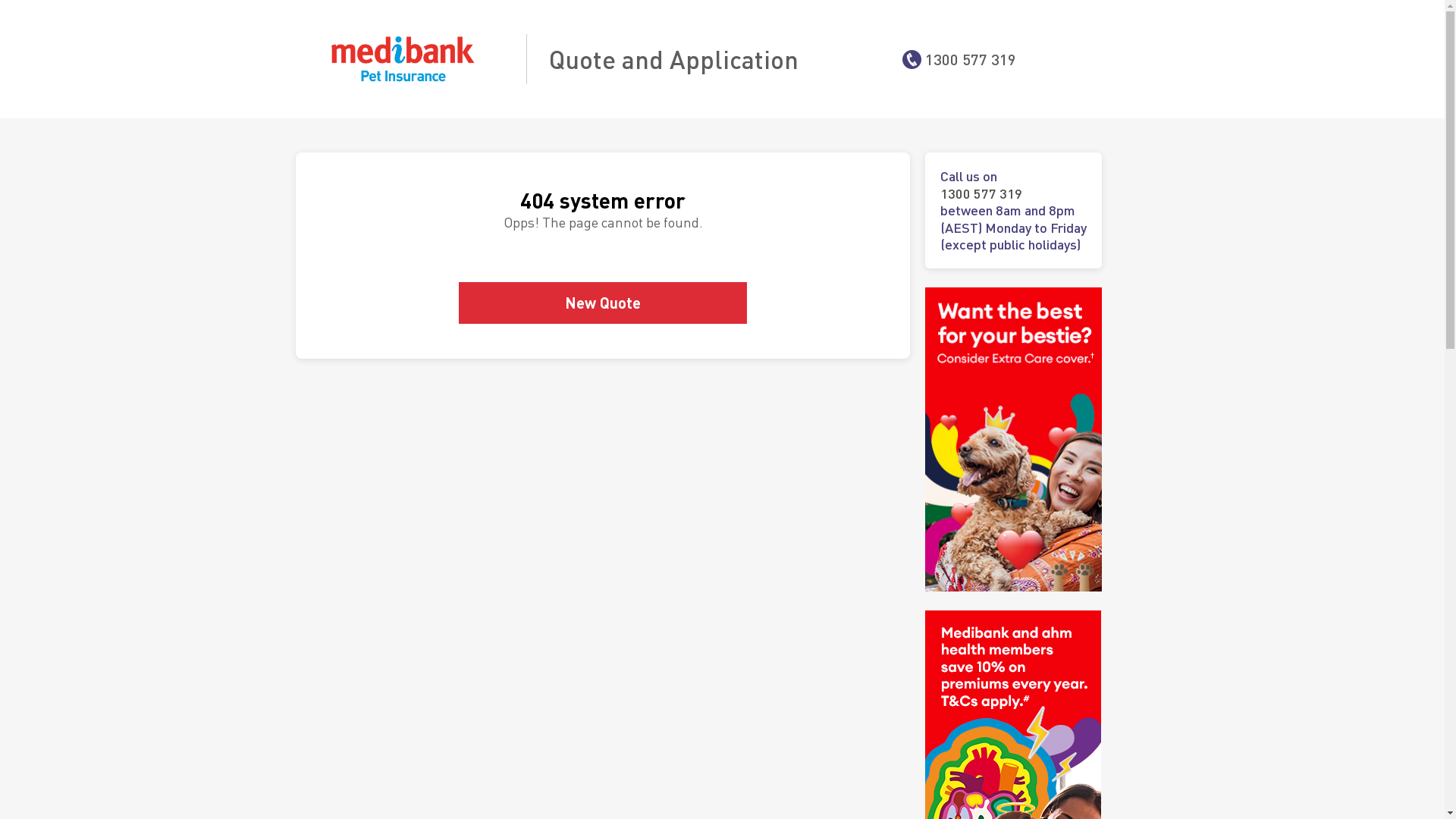 The height and width of the screenshot is (819, 1456). Describe the element at coordinates (971, 58) in the screenshot. I see `'1300 577 319'` at that location.